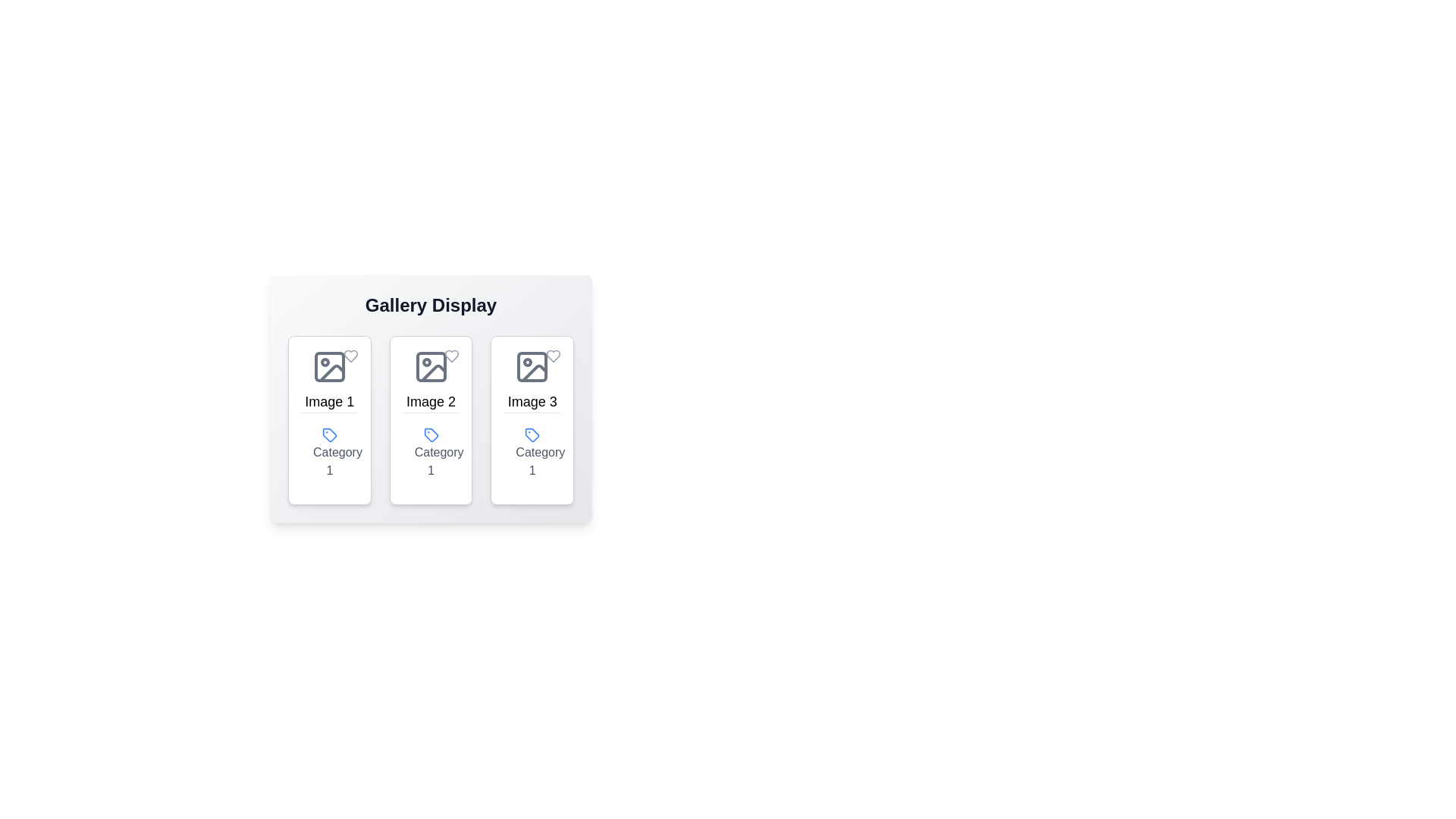  What do you see at coordinates (430, 435) in the screenshot?
I see `the tag-shaped icon with a blue outline and white interior, located below the image thumbnail in the second card of a horizontally-aligned gallery` at bounding box center [430, 435].